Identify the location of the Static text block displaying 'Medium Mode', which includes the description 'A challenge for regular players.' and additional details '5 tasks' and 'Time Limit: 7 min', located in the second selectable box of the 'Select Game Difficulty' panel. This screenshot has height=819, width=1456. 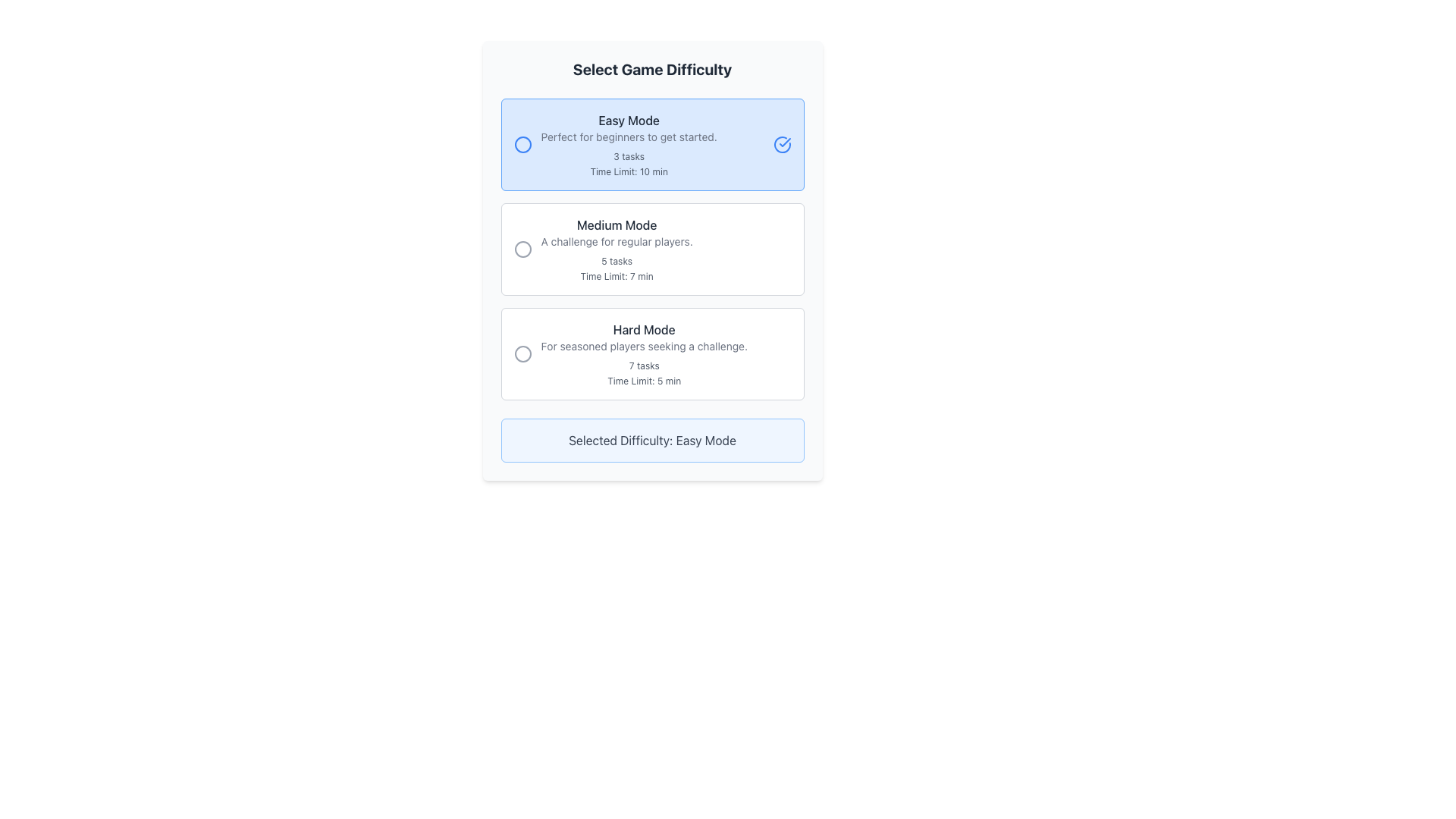
(617, 248).